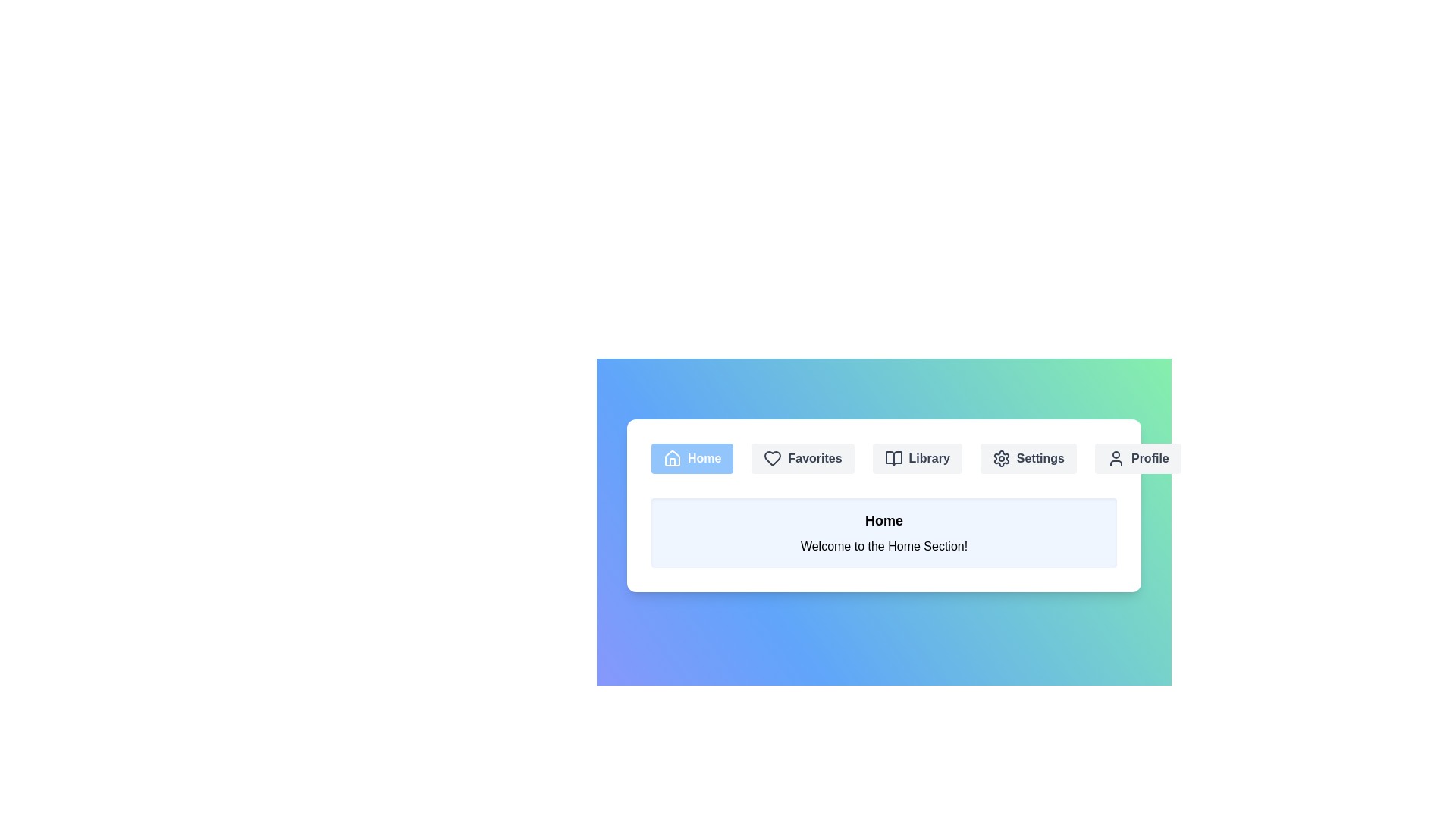 The height and width of the screenshot is (819, 1456). What do you see at coordinates (1116, 458) in the screenshot?
I see `the decorative 'Profile' icon located at the far right of the horizontal navigation bar in the top section of the interface` at bounding box center [1116, 458].